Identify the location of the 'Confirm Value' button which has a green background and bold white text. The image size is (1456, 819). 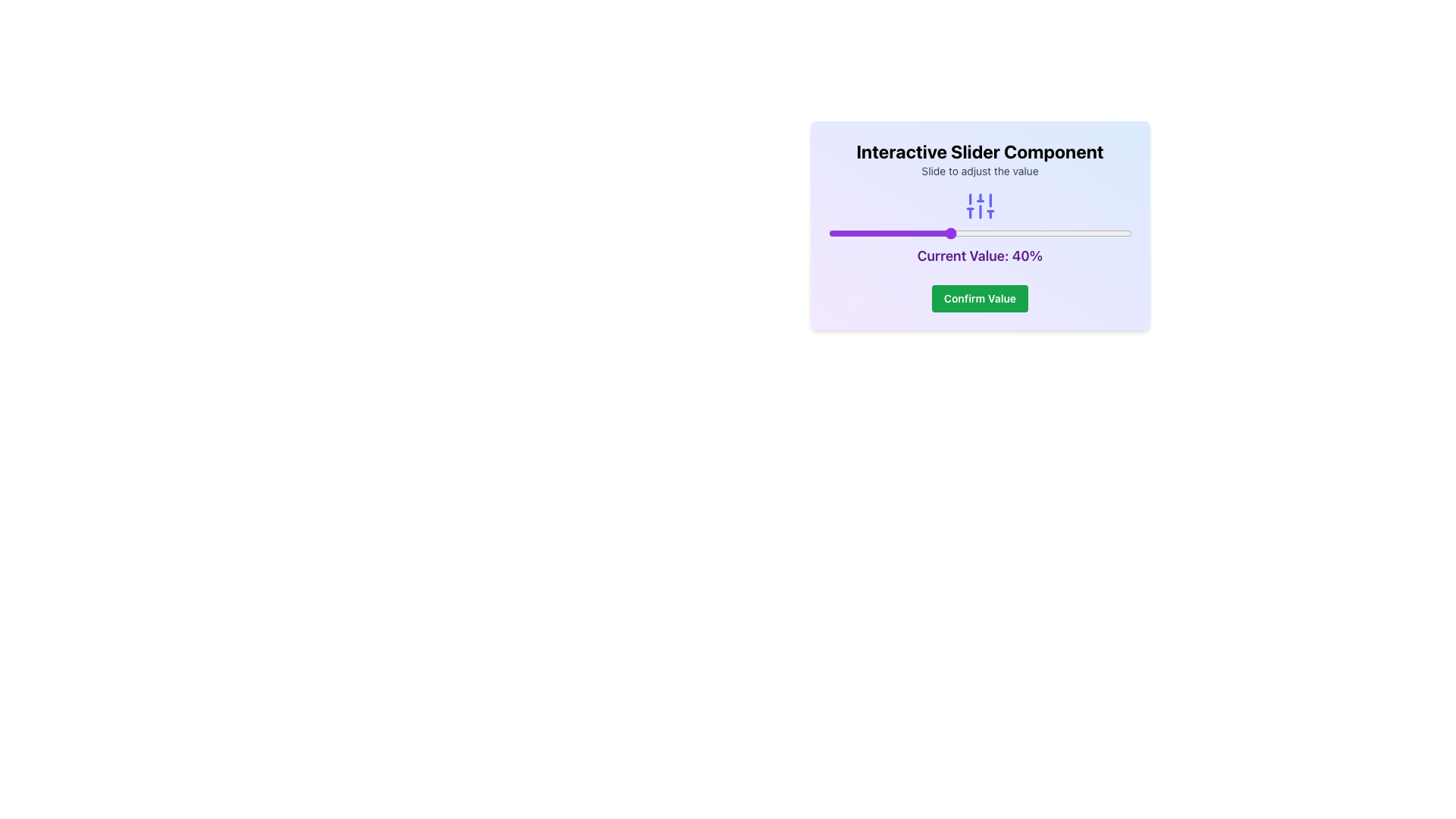
(980, 298).